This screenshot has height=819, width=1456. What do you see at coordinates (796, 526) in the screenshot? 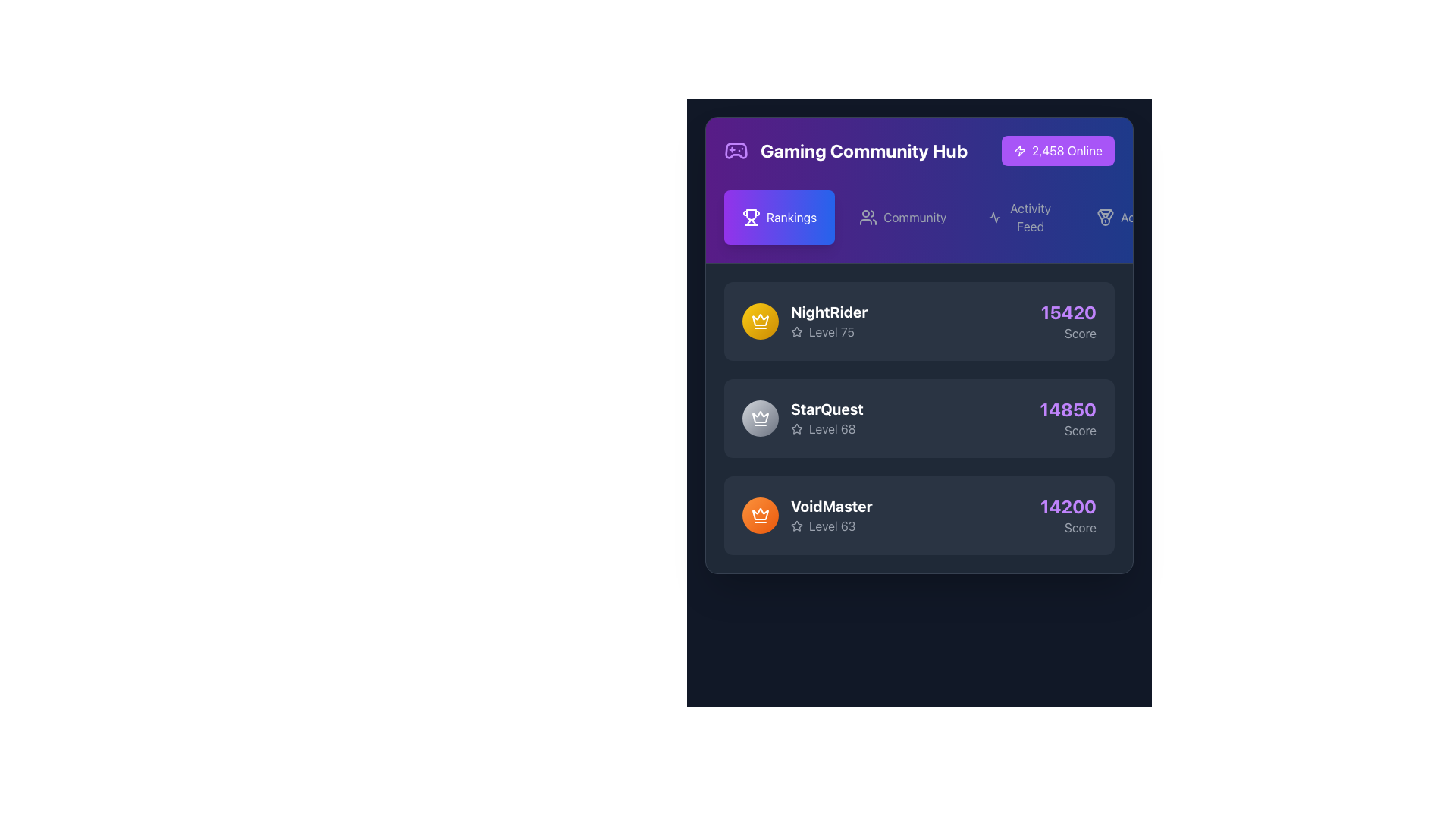
I see `the star icon with a hollow interior and gray outline located adjacent to the text 'Level 63' in the leaderboard for user 'VoidMaster'` at bounding box center [796, 526].